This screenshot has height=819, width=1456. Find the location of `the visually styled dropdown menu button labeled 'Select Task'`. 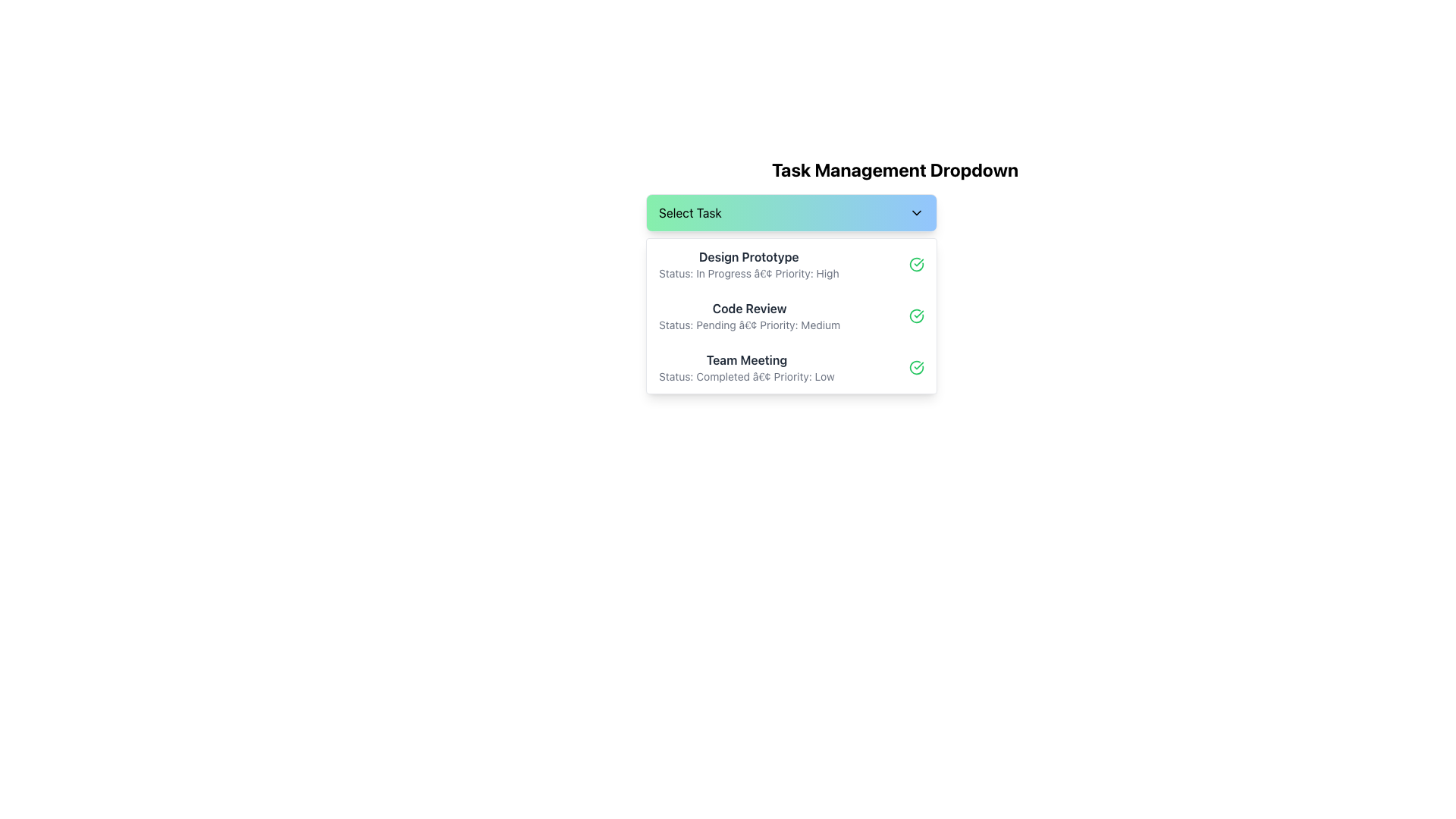

the visually styled dropdown menu button labeled 'Select Task' is located at coordinates (790, 213).